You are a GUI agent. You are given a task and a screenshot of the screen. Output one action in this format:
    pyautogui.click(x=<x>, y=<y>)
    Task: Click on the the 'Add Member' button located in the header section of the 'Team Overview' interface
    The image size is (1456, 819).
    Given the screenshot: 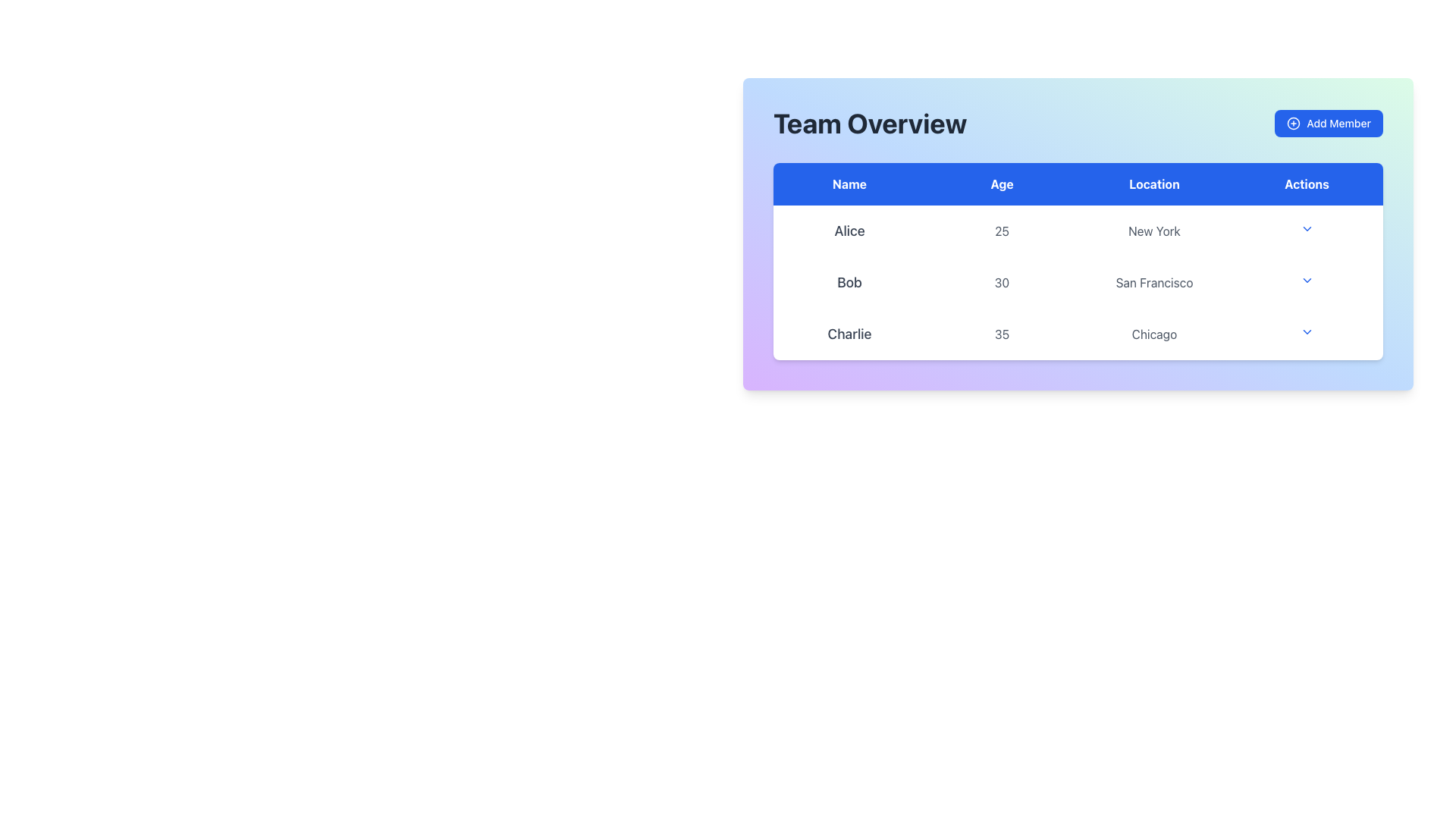 What is the action you would take?
    pyautogui.click(x=1328, y=122)
    